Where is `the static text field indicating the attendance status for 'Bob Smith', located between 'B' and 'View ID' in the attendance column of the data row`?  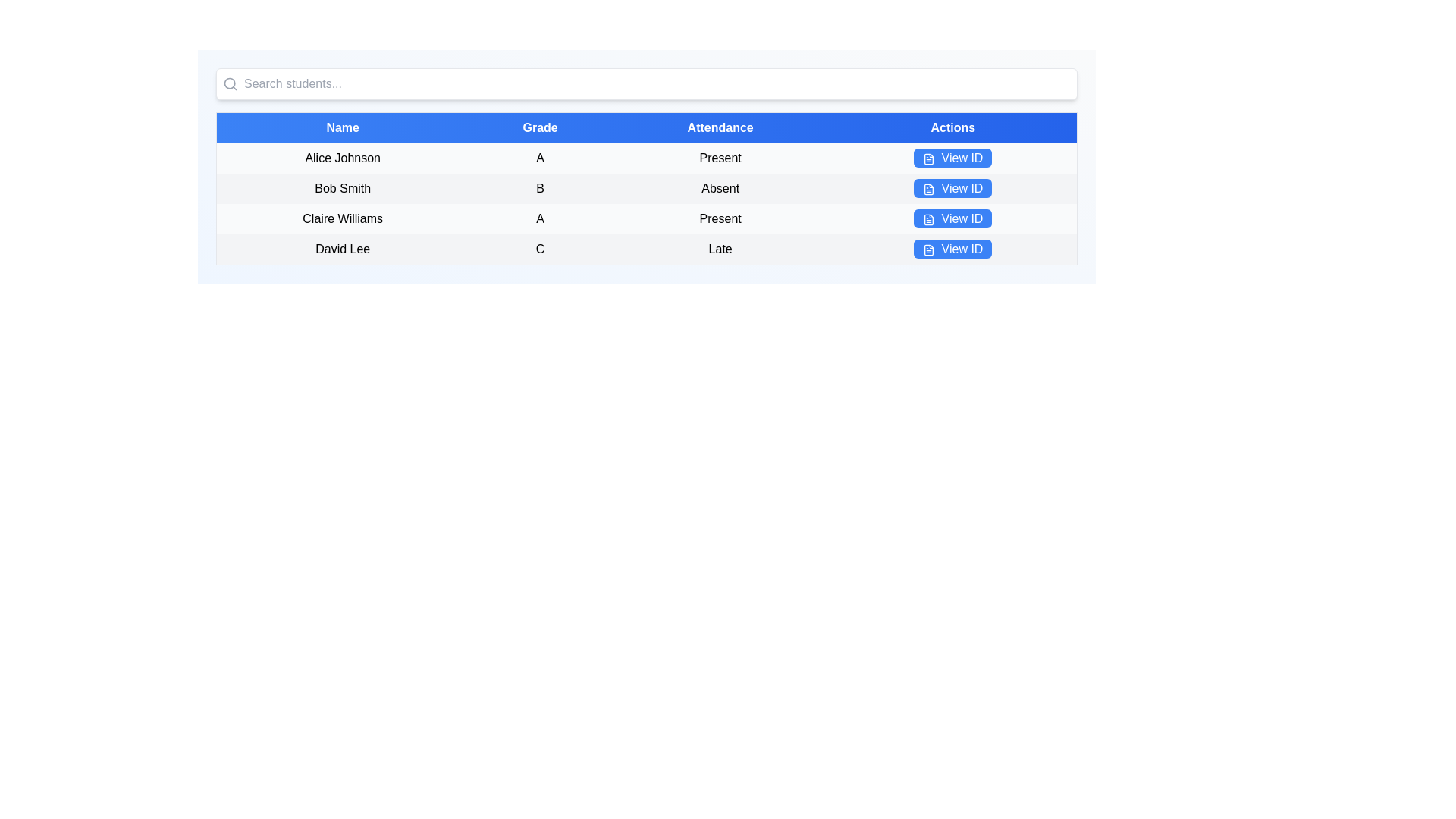
the static text field indicating the attendance status for 'Bob Smith', located between 'B' and 'View ID' in the attendance column of the data row is located at coordinates (720, 188).